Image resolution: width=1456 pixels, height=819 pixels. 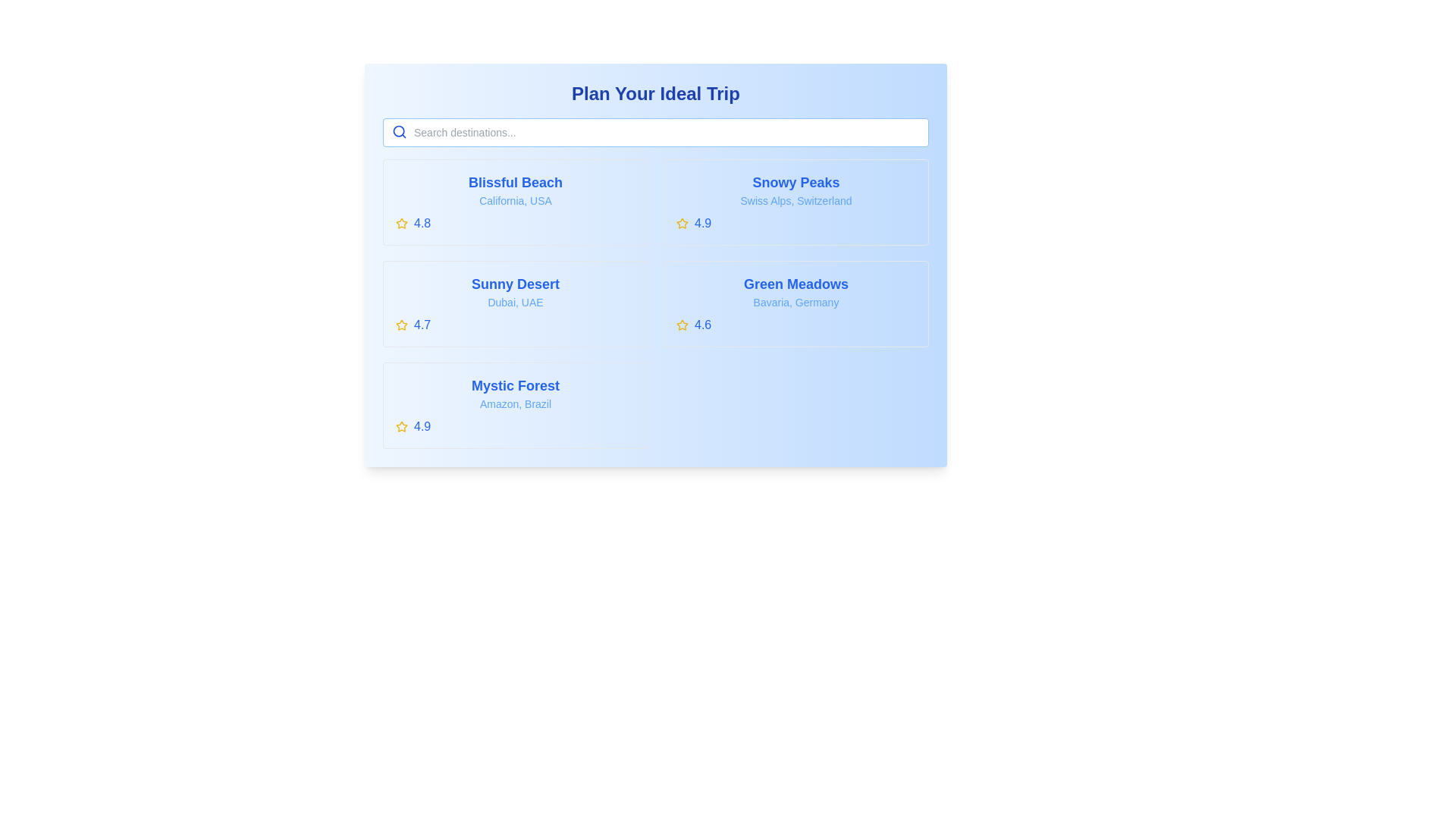 I want to click on the bold, blue text label reading 'Plan Your Ideal Trip', which is centrally positioned at the top of the card above the search input field, so click(x=655, y=93).